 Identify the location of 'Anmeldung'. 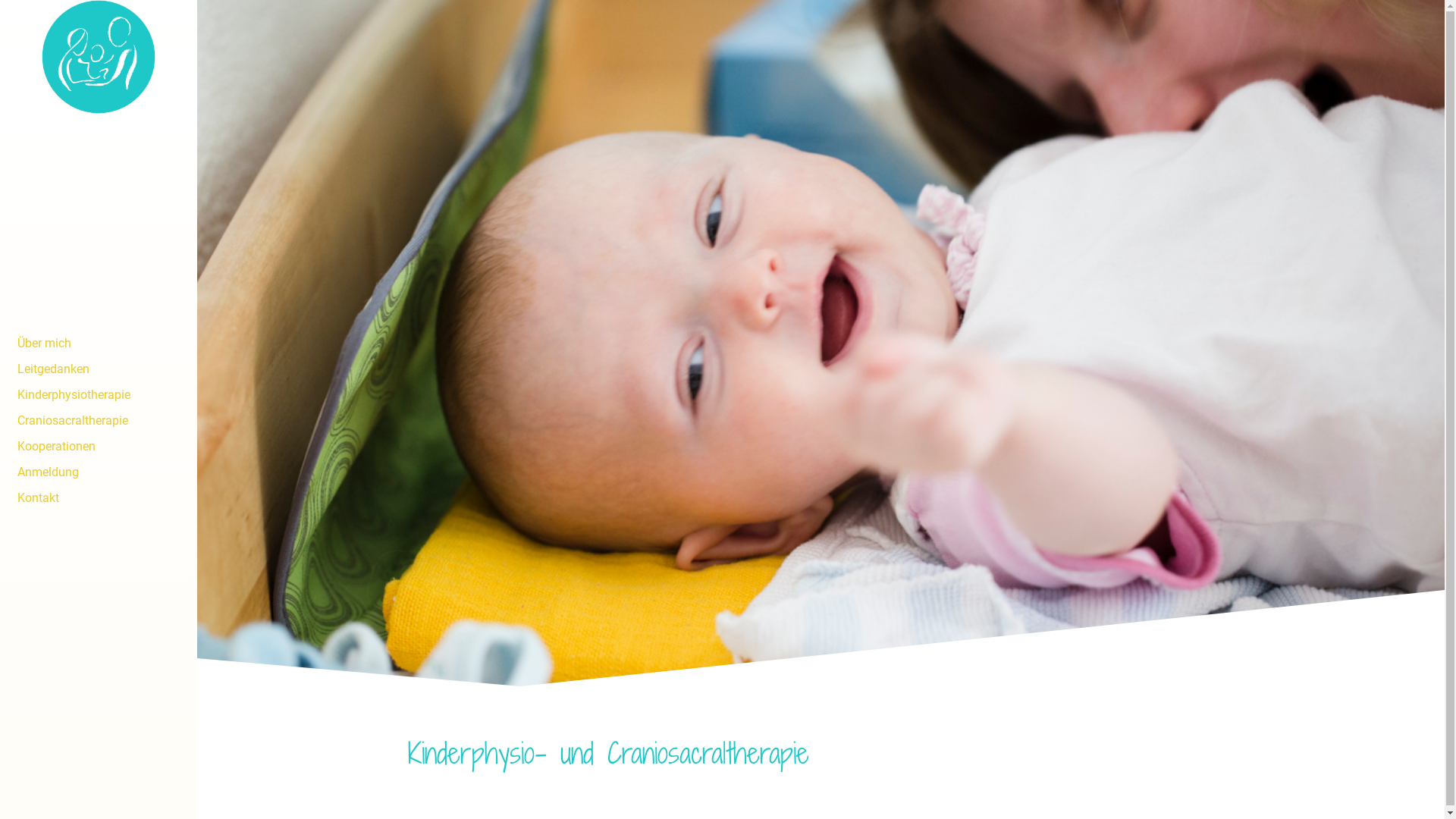
(97, 471).